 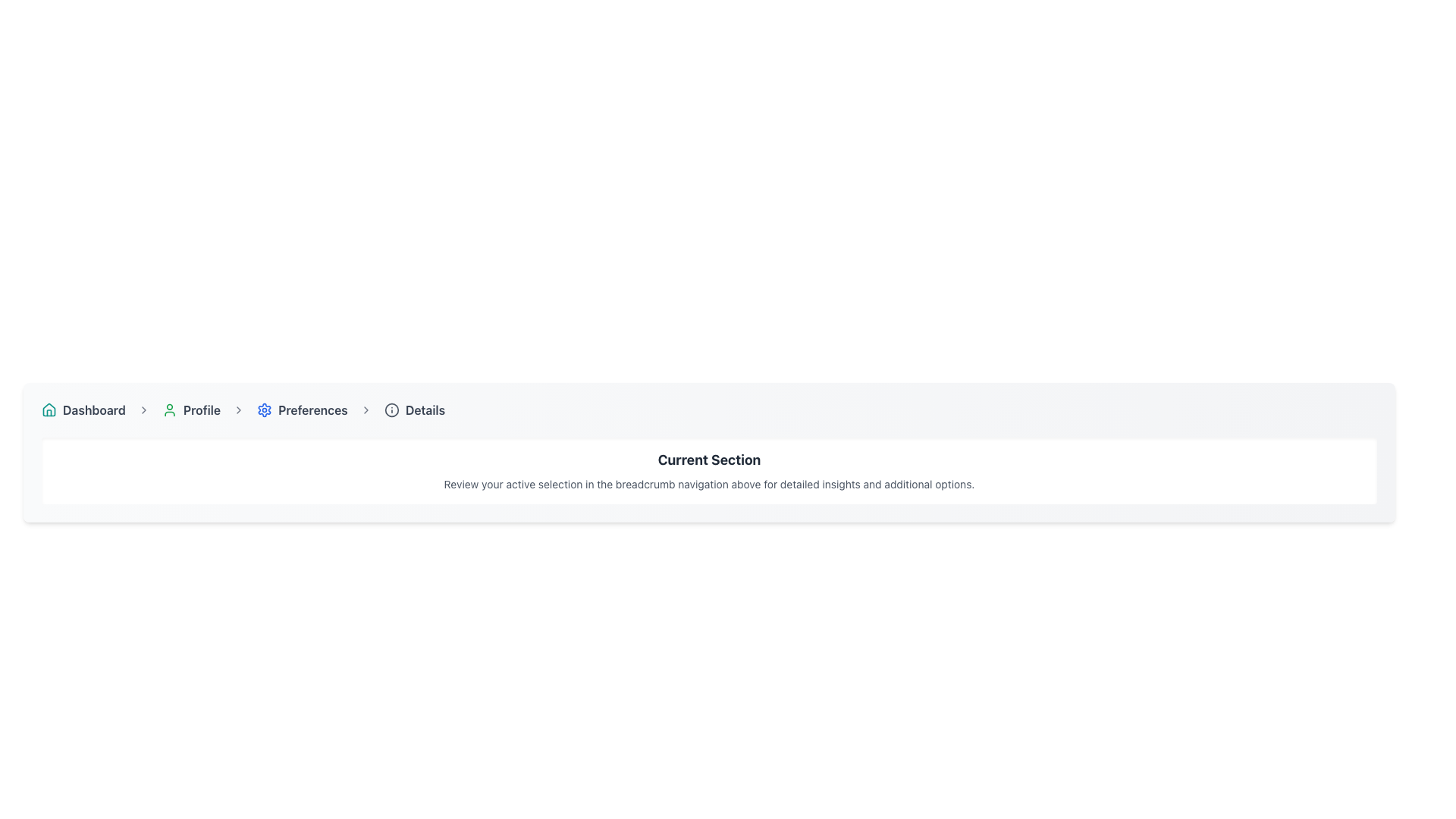 I want to click on the icon on the leftmost side of the 'Profile' breadcrumb link, so click(x=169, y=409).